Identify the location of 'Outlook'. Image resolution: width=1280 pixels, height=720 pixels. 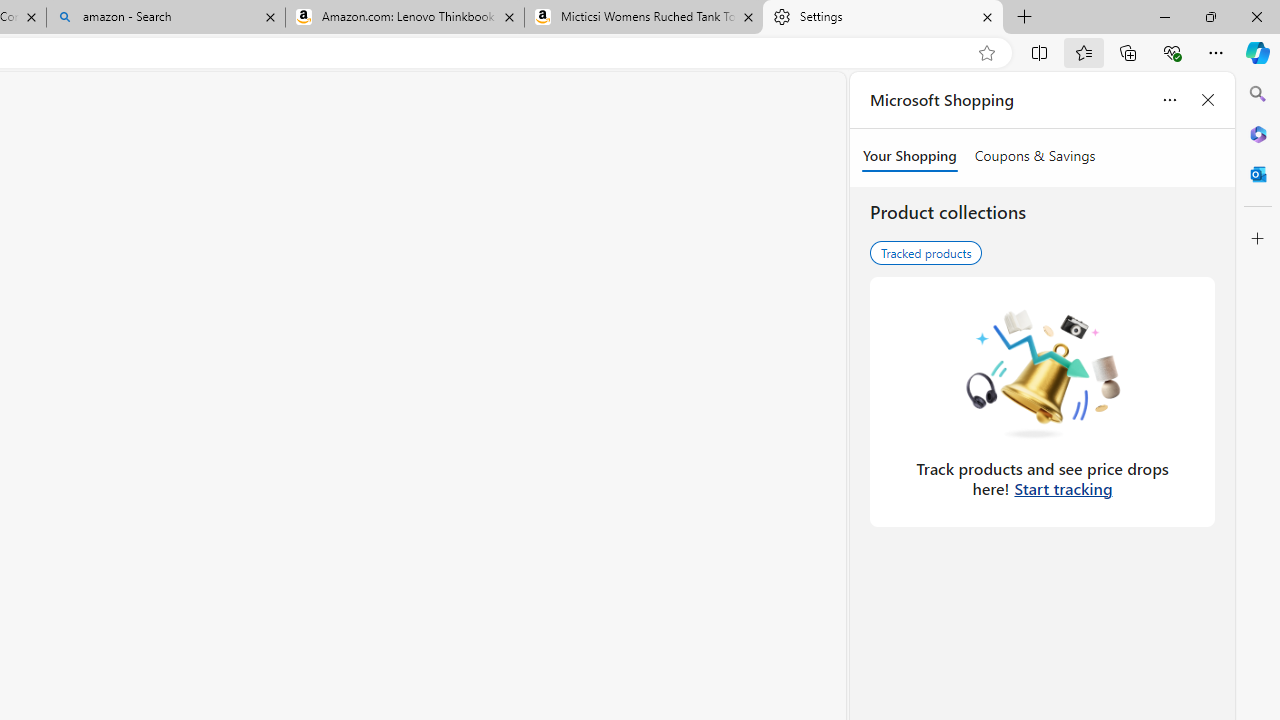
(1257, 173).